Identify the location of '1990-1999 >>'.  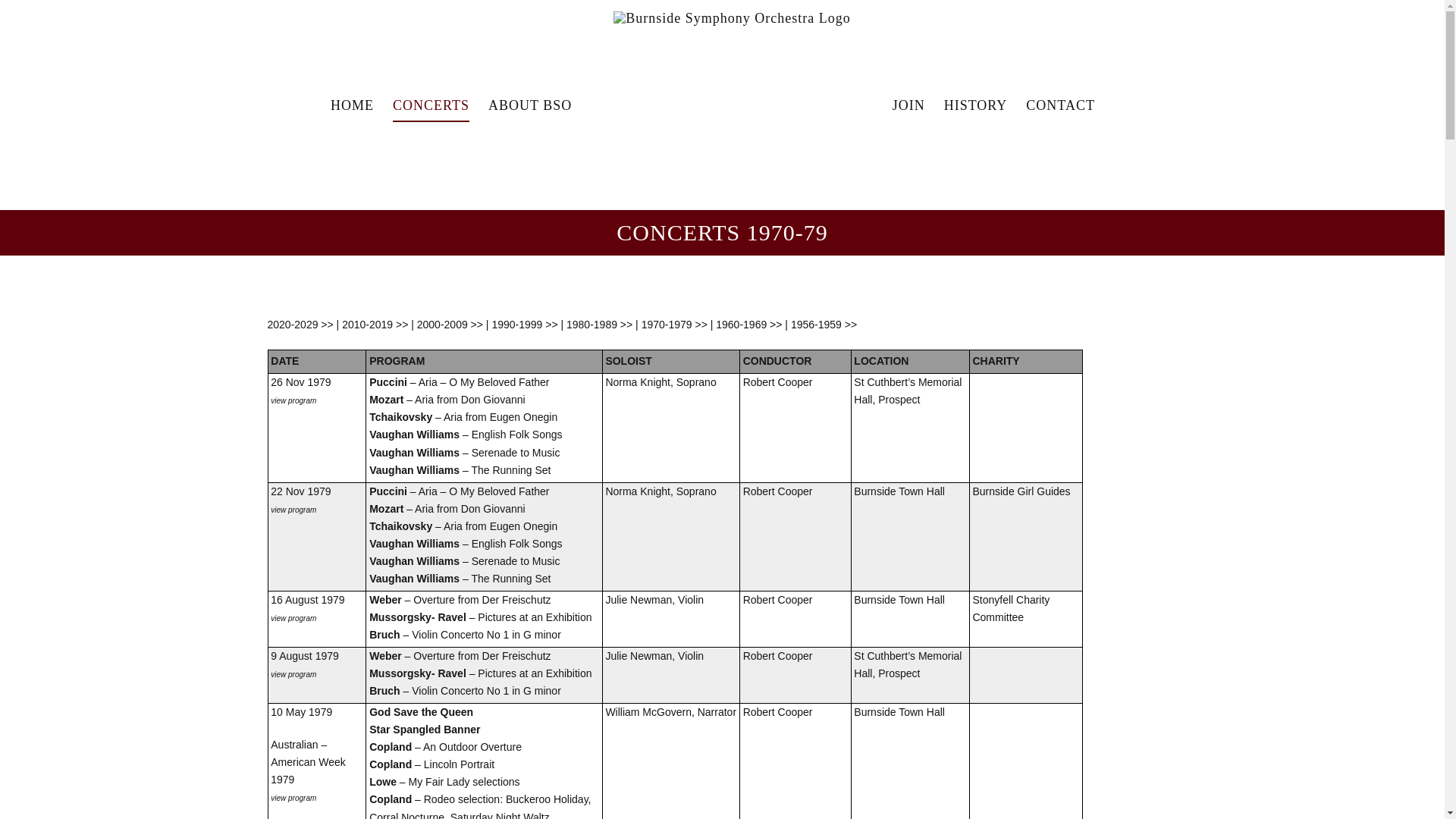
(491, 324).